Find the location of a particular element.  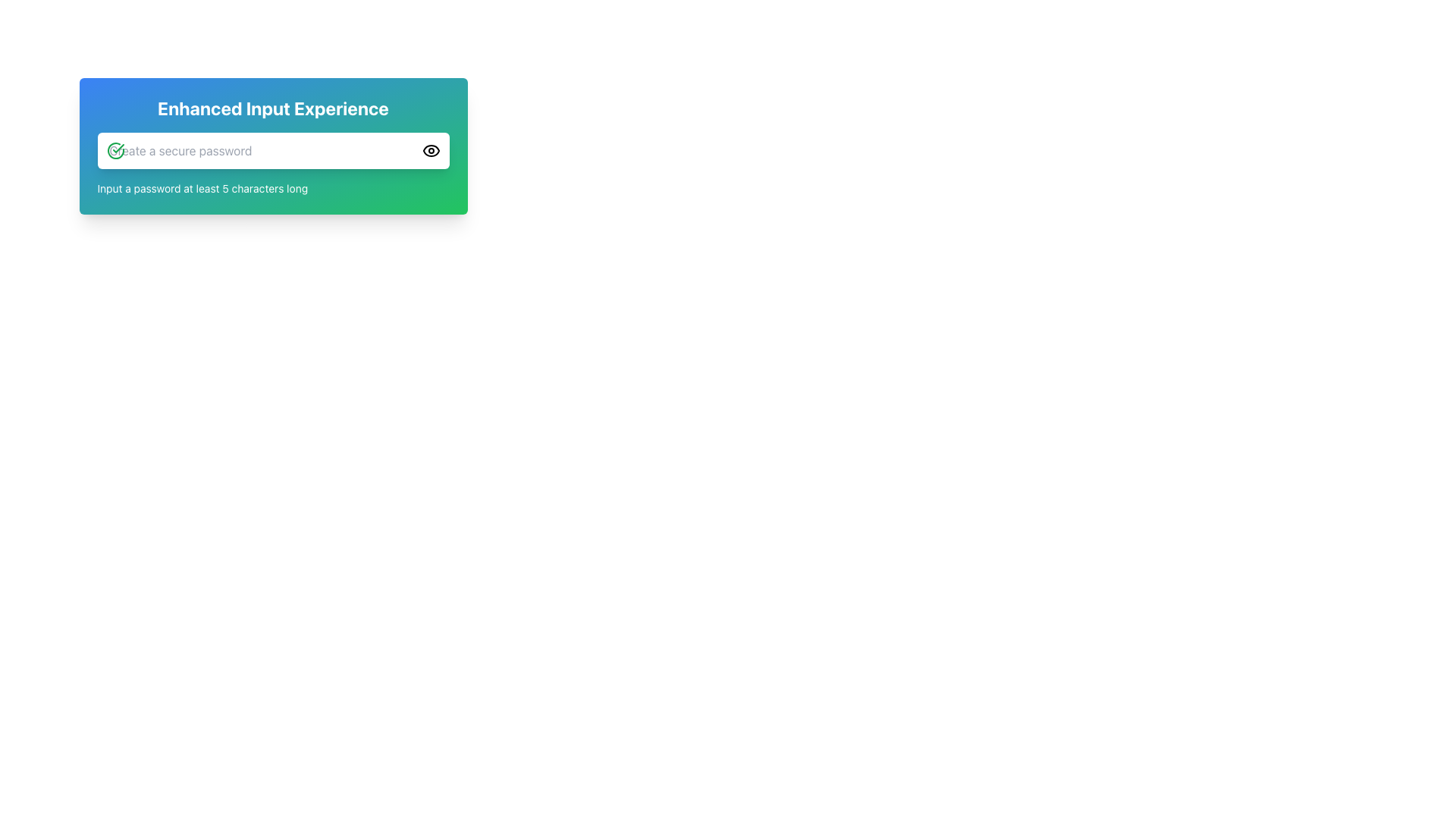

the guidance text block that instructs users to 'Input a password at least 5 characters long', which is styled with white text on a green background, located directly below the password input field is located at coordinates (202, 188).